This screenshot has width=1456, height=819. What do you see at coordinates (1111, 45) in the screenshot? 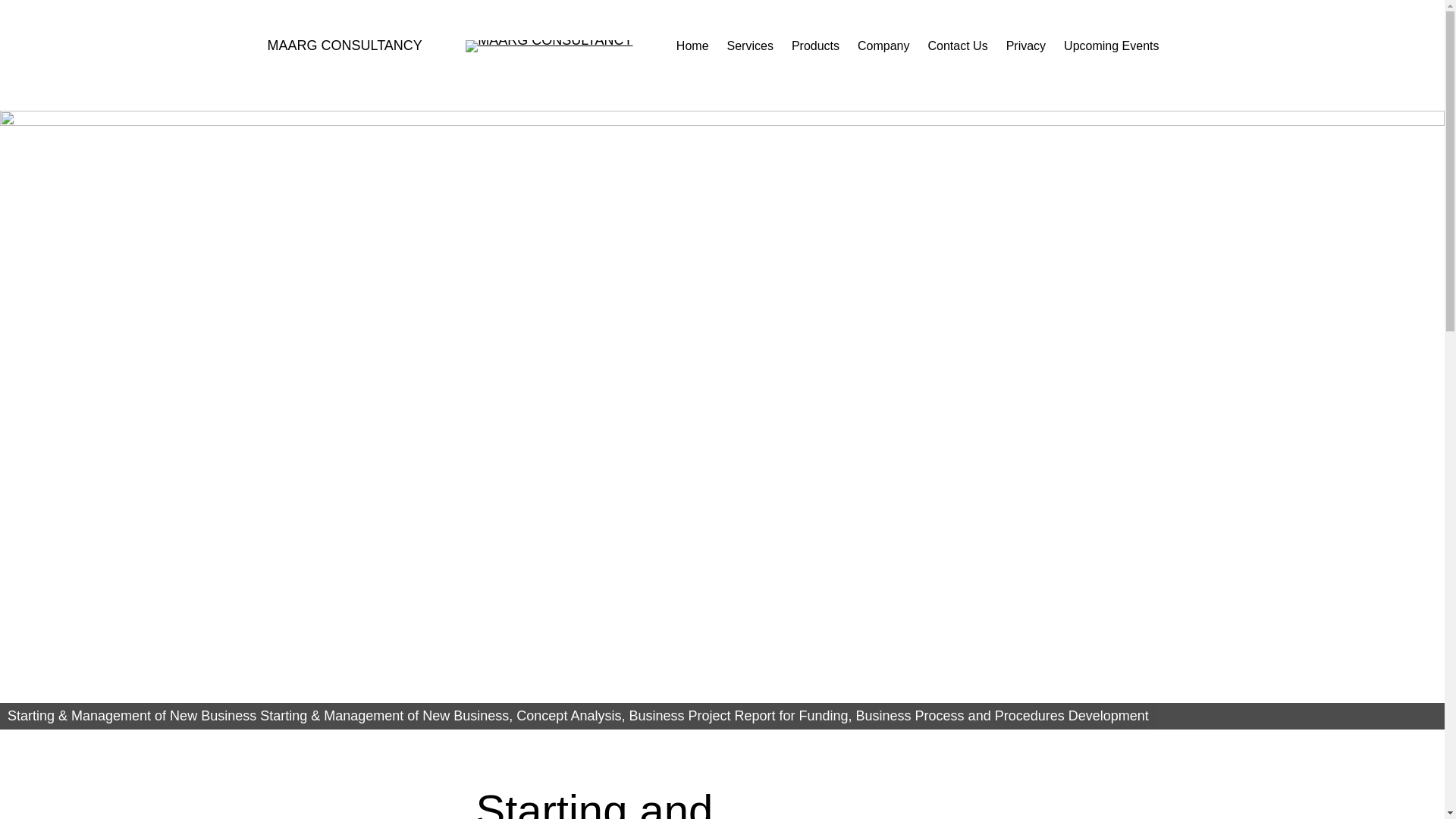
I see `'Upcoming Events'` at bounding box center [1111, 45].